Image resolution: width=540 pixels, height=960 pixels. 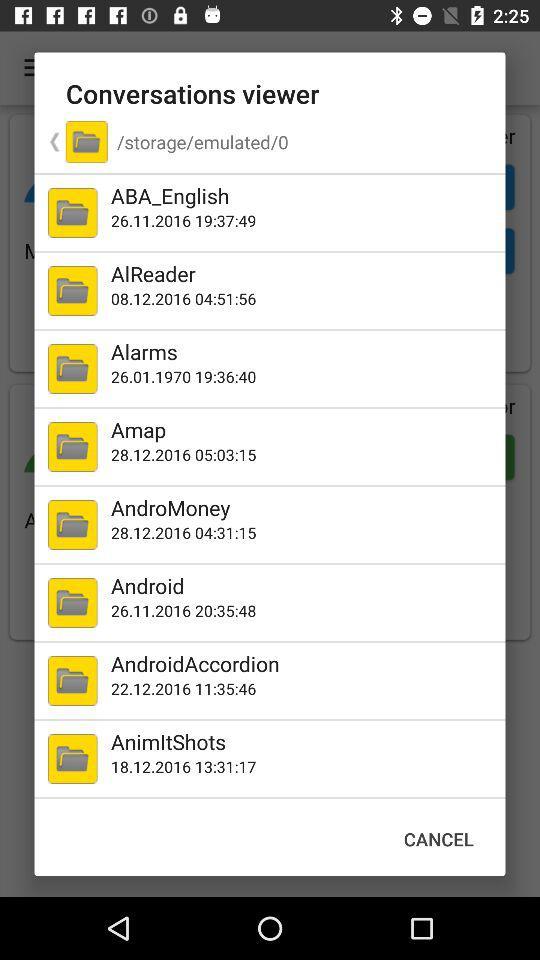 What do you see at coordinates (303, 740) in the screenshot?
I see `animitshots item` at bounding box center [303, 740].